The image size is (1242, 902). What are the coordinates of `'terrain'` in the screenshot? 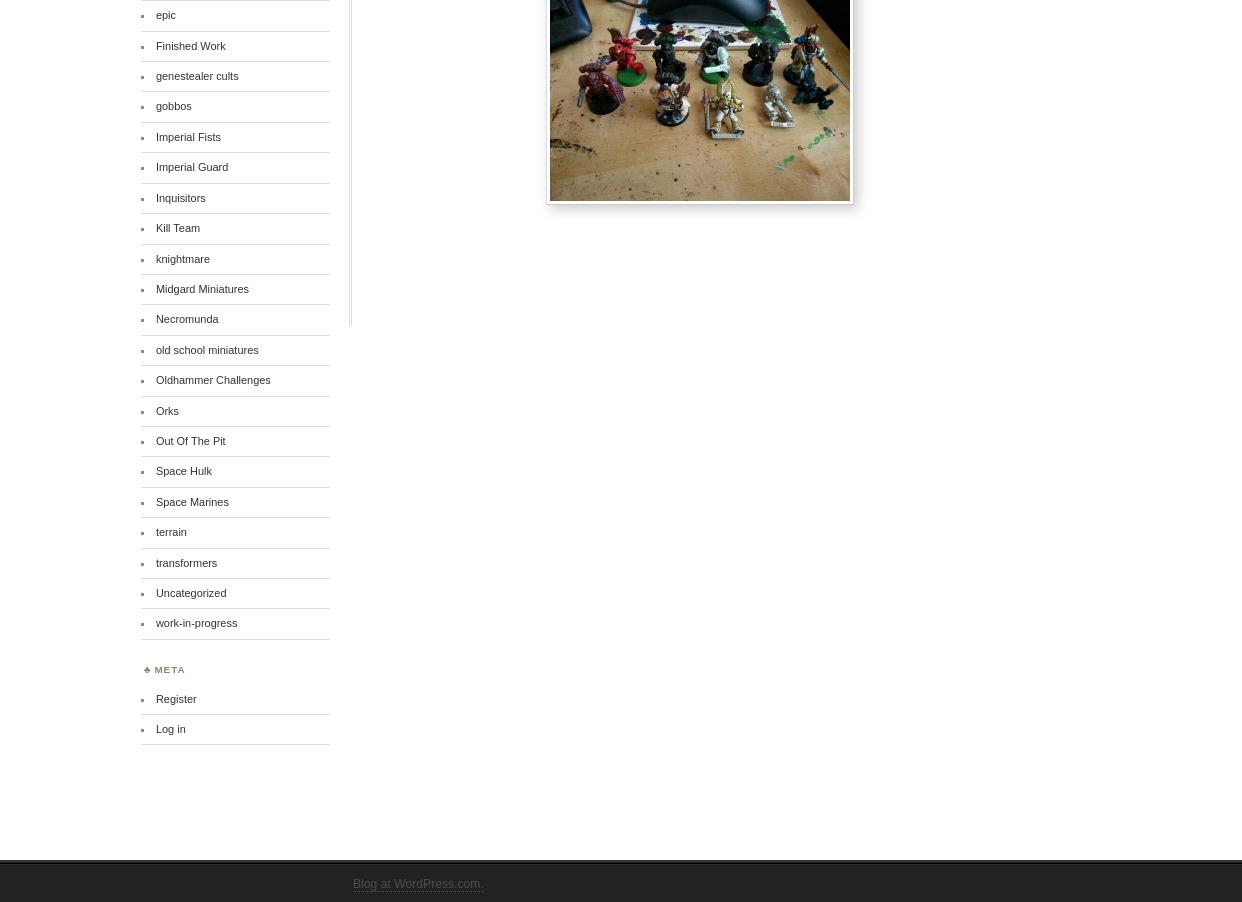 It's located at (169, 531).